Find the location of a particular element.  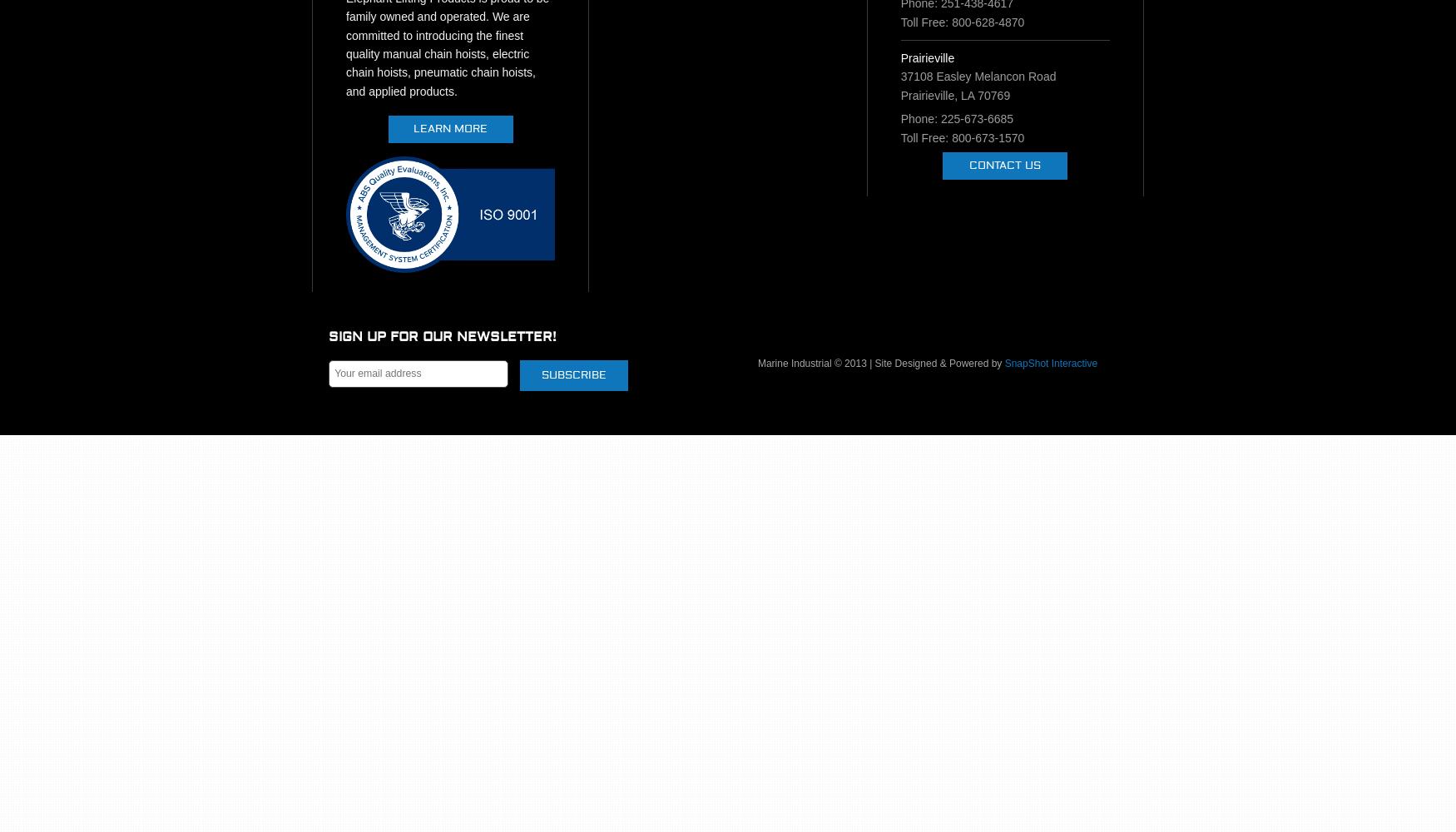

'Marine Industrial © 2013 | Site Designed & Powered by' is located at coordinates (756, 364).